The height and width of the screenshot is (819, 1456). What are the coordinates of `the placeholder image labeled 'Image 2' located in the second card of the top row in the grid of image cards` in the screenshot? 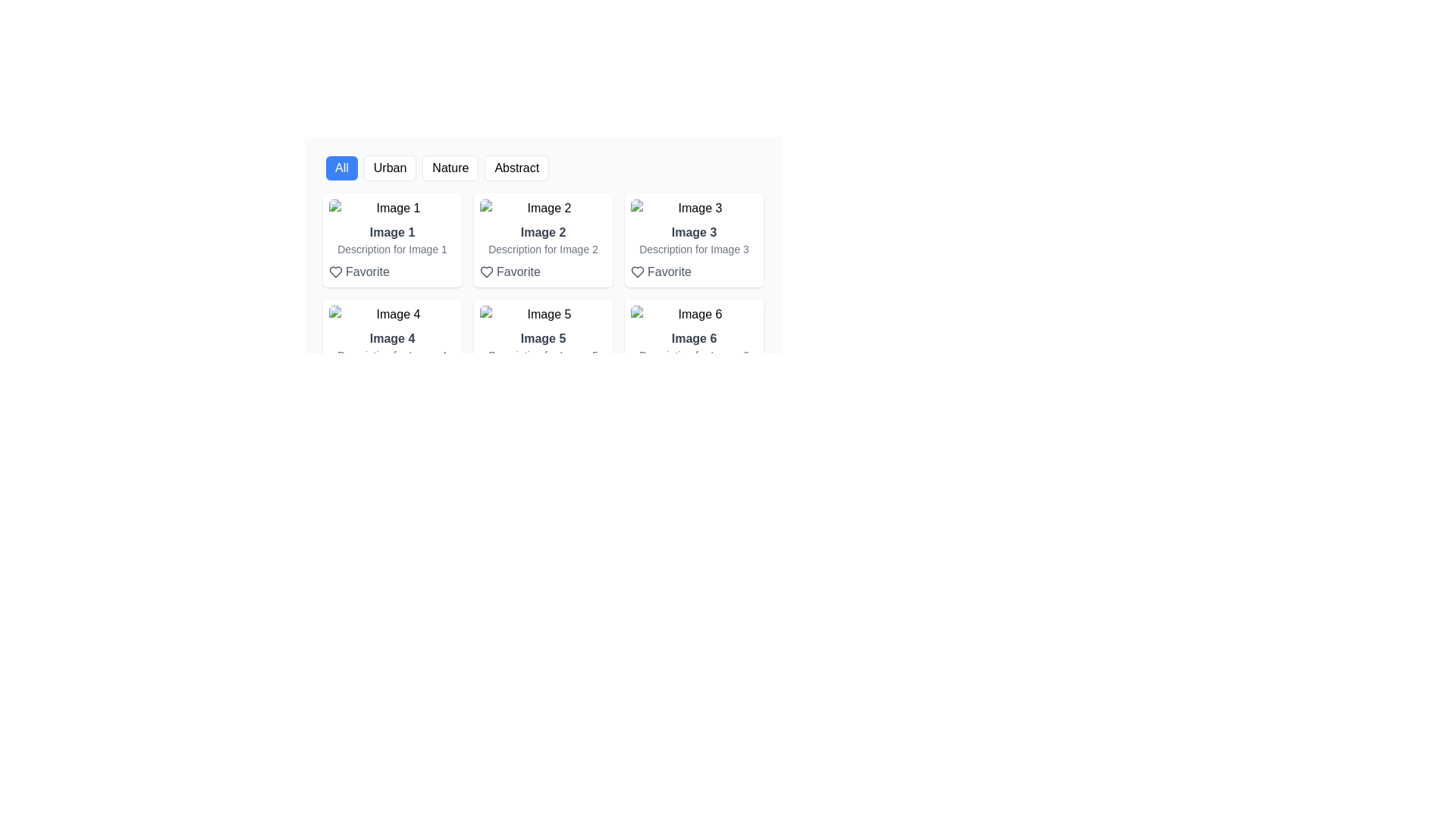 It's located at (543, 208).